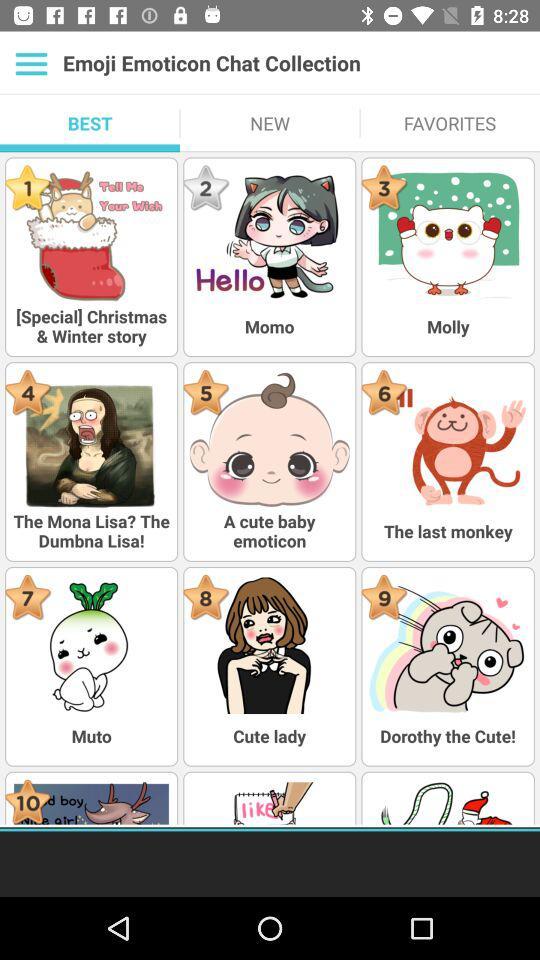 The image size is (540, 960). I want to click on category button to see more items, so click(30, 63).